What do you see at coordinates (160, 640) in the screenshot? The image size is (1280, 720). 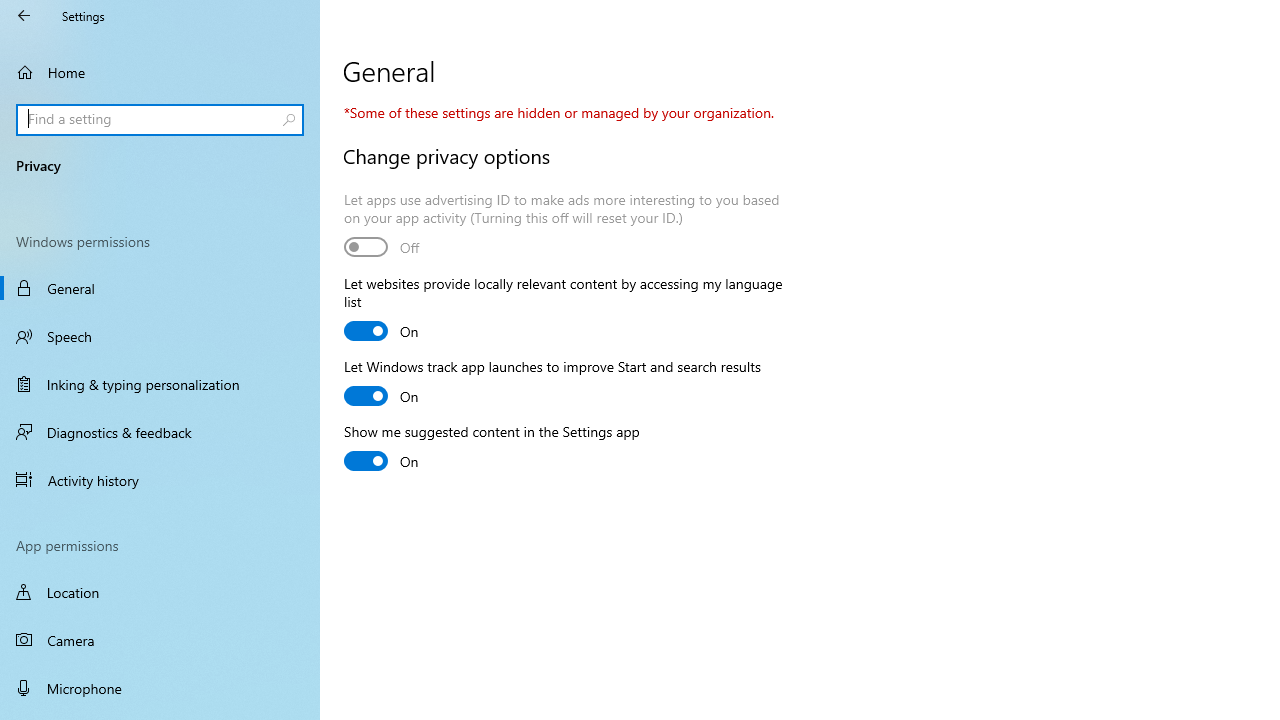 I see `'Camera'` at bounding box center [160, 640].